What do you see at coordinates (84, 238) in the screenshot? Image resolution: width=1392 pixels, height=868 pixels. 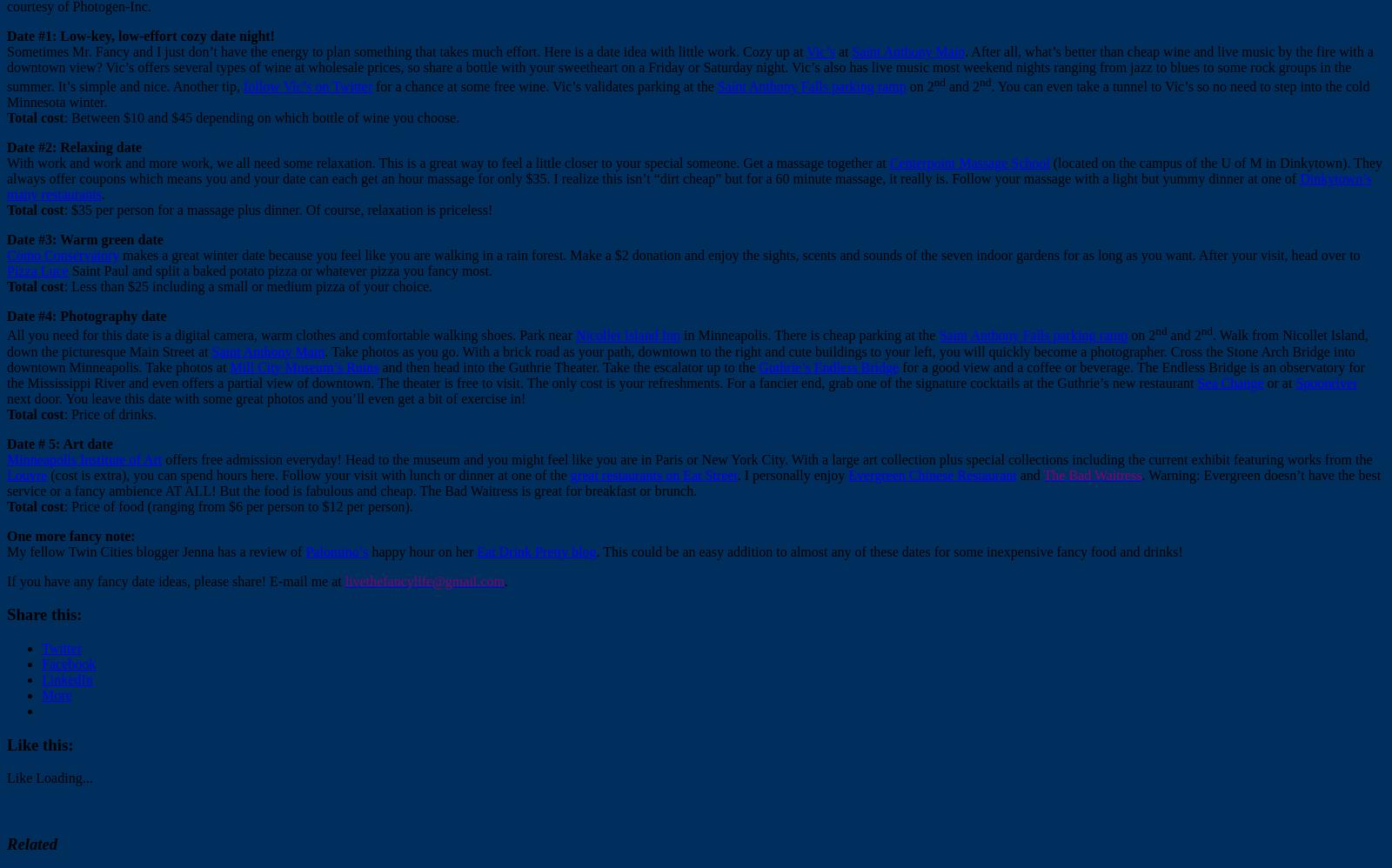 I see `'Date #3: Warm green date'` at bounding box center [84, 238].